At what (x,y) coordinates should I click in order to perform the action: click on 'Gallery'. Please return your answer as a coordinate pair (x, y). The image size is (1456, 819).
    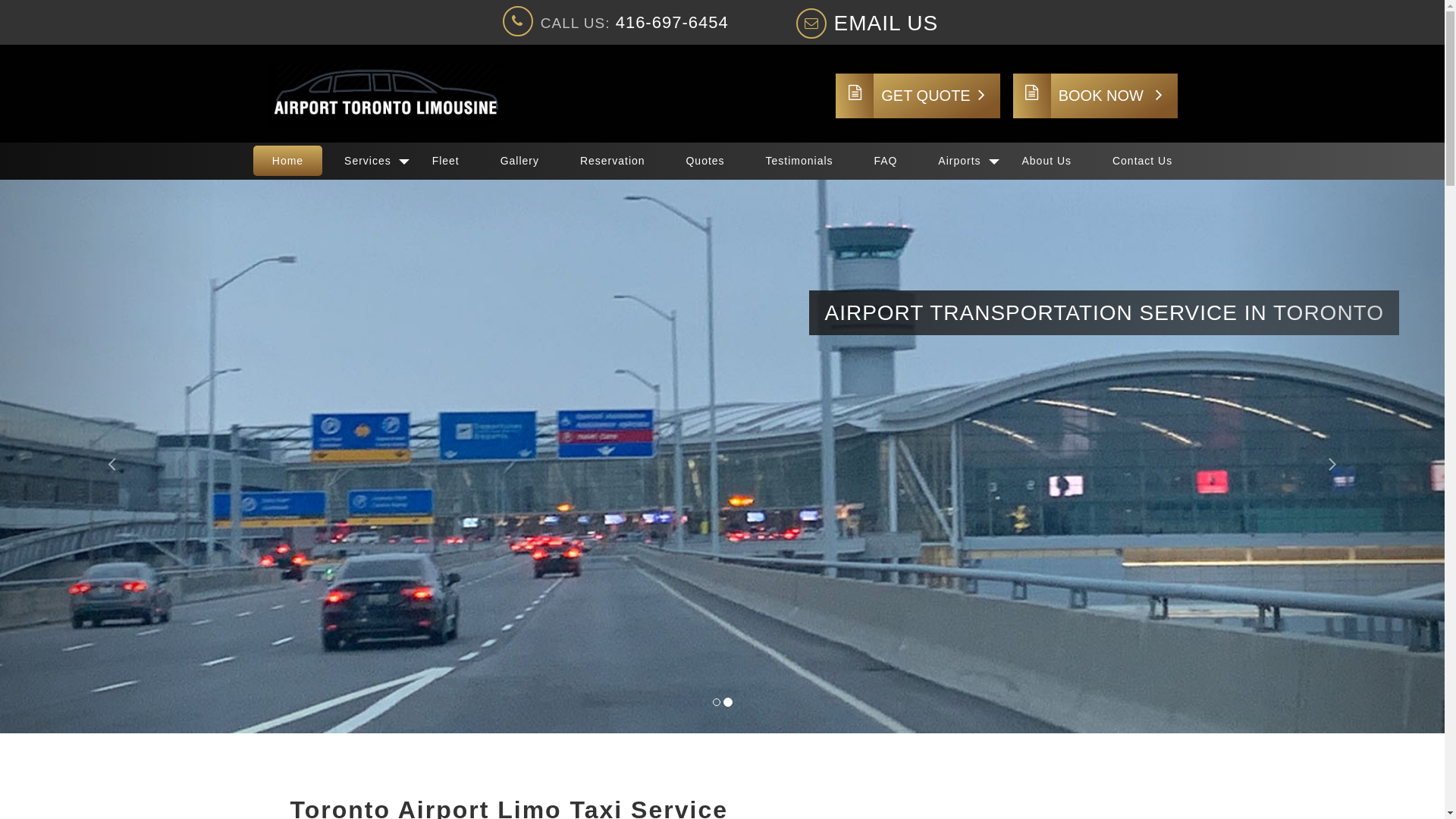
    Looking at the image, I should click on (519, 161).